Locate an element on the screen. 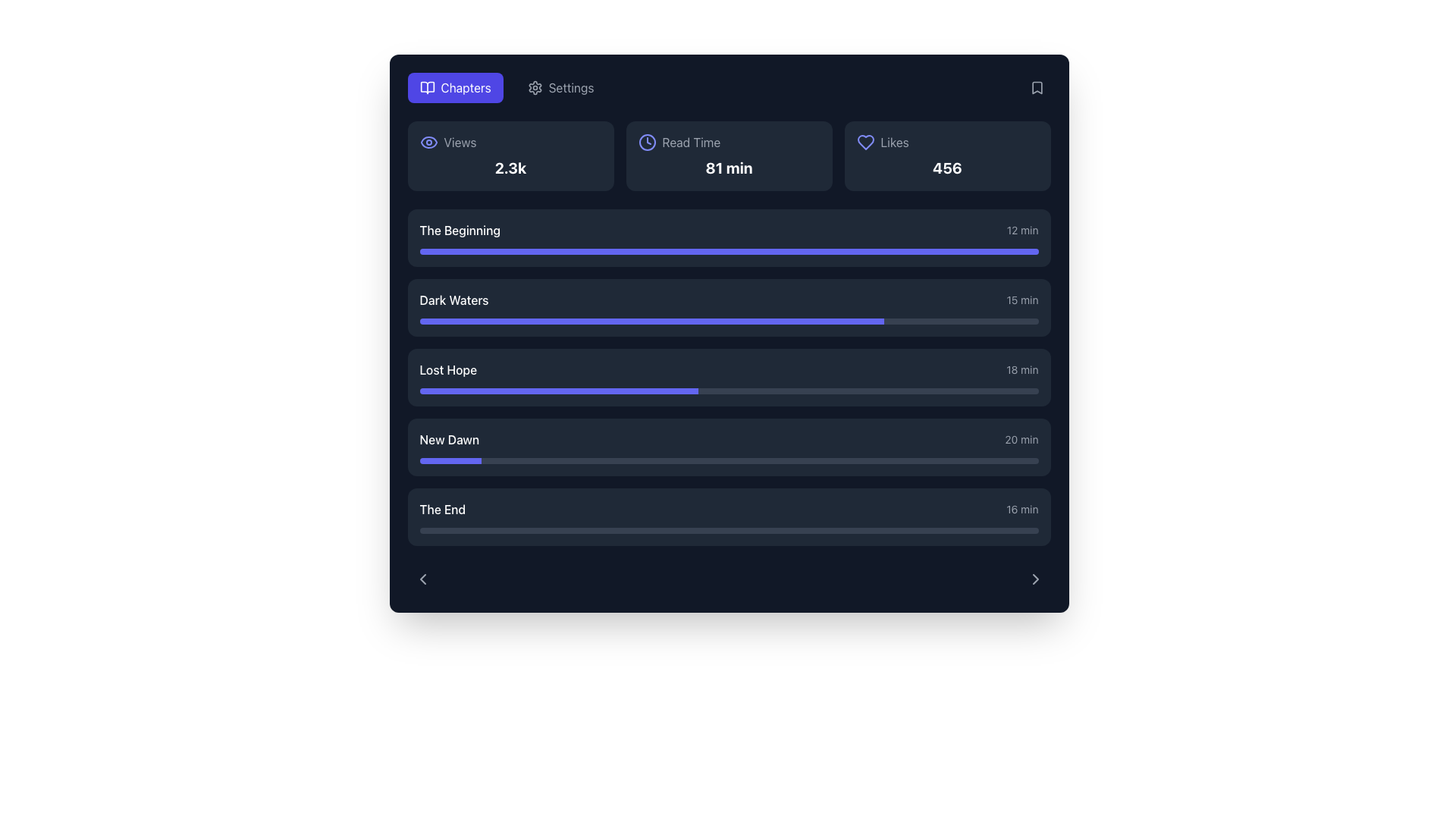 The height and width of the screenshot is (819, 1456). the Progress bar located beneath the 'New Dawn 20 min' text in the vertical list of items is located at coordinates (729, 460).